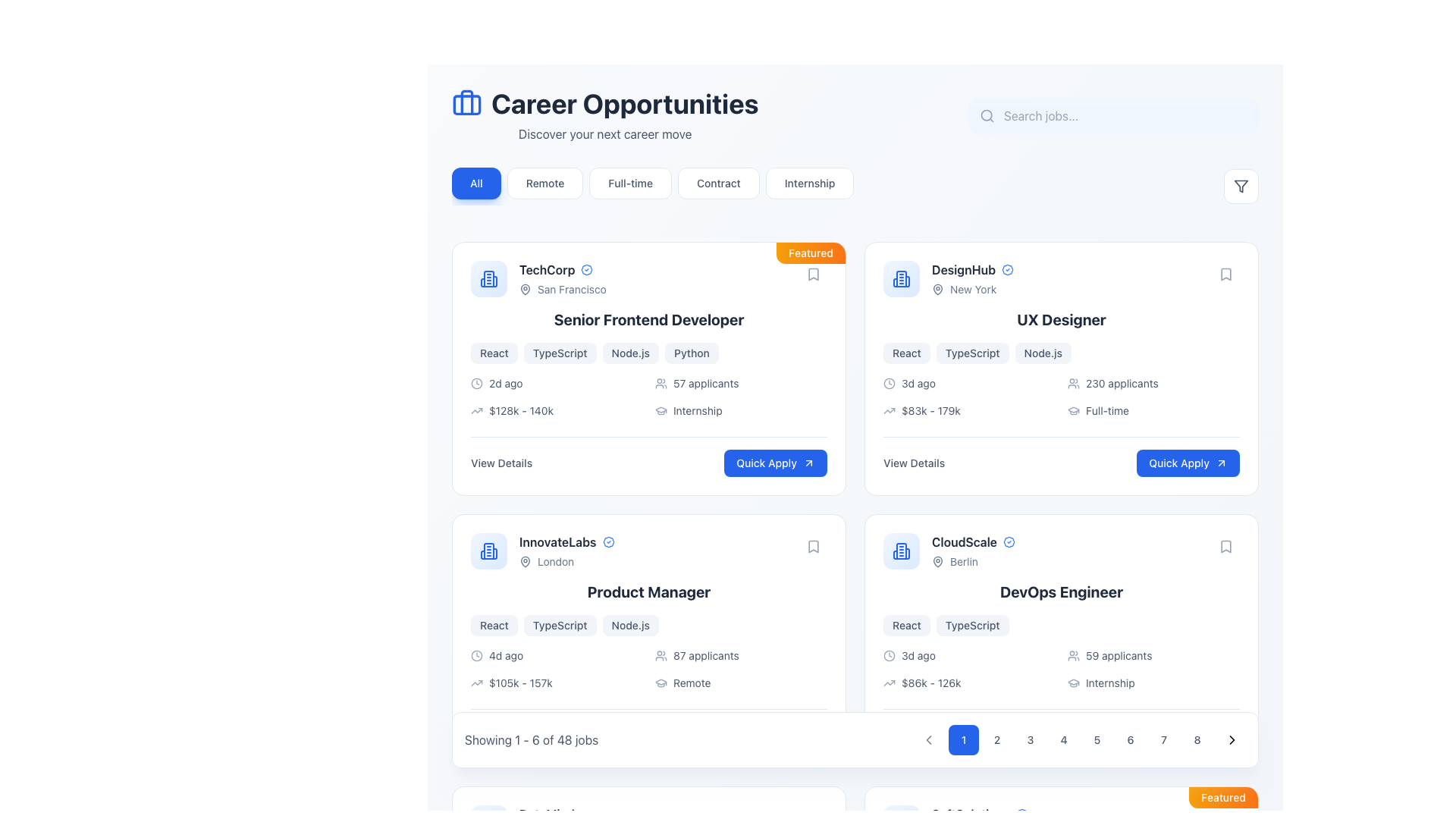  What do you see at coordinates (997, 739) in the screenshot?
I see `the pagination button that navigates to the second page of resources, located between the active '1' button and the '3' button` at bounding box center [997, 739].